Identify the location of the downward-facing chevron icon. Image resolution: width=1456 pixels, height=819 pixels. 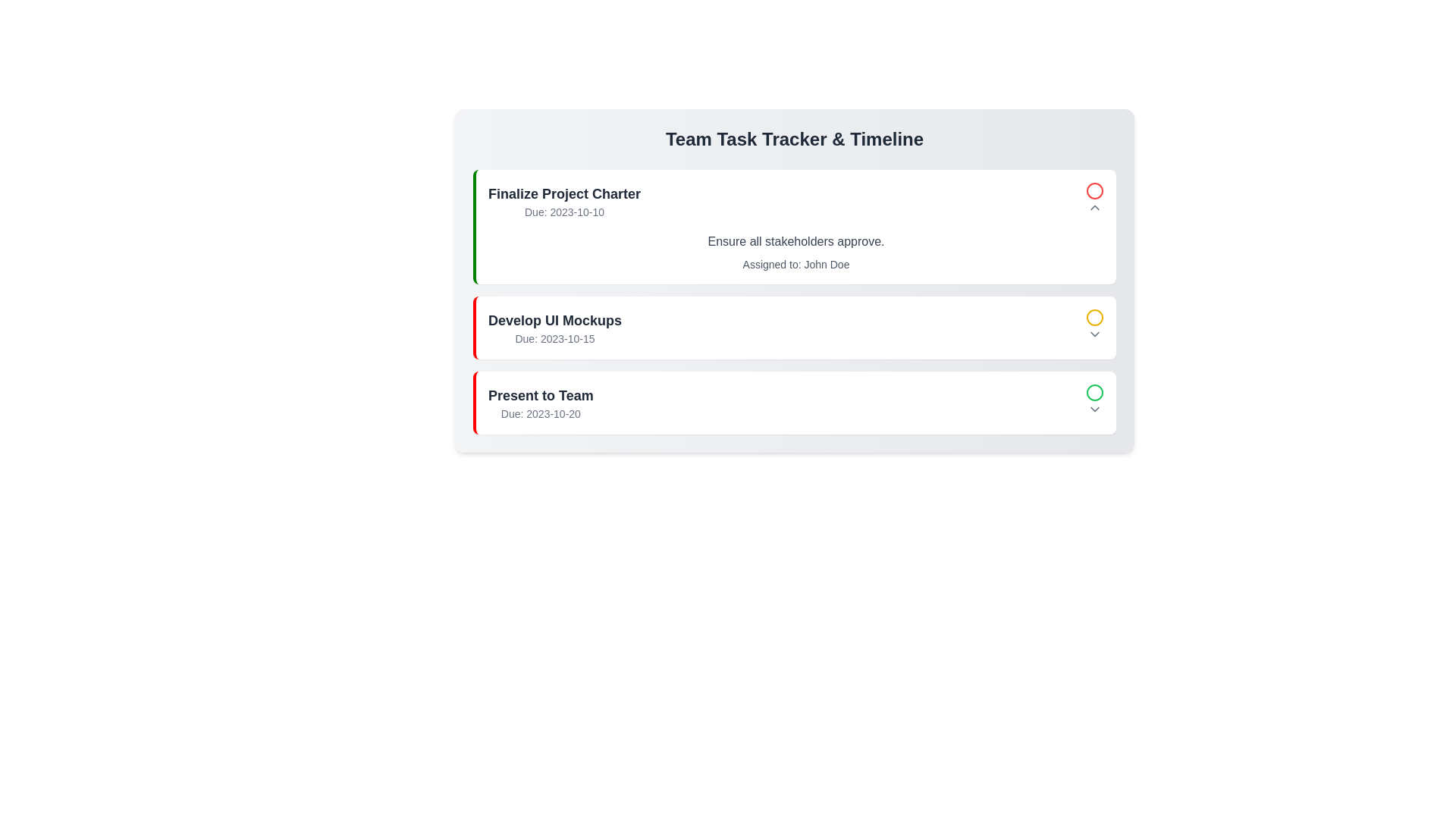
(1095, 333).